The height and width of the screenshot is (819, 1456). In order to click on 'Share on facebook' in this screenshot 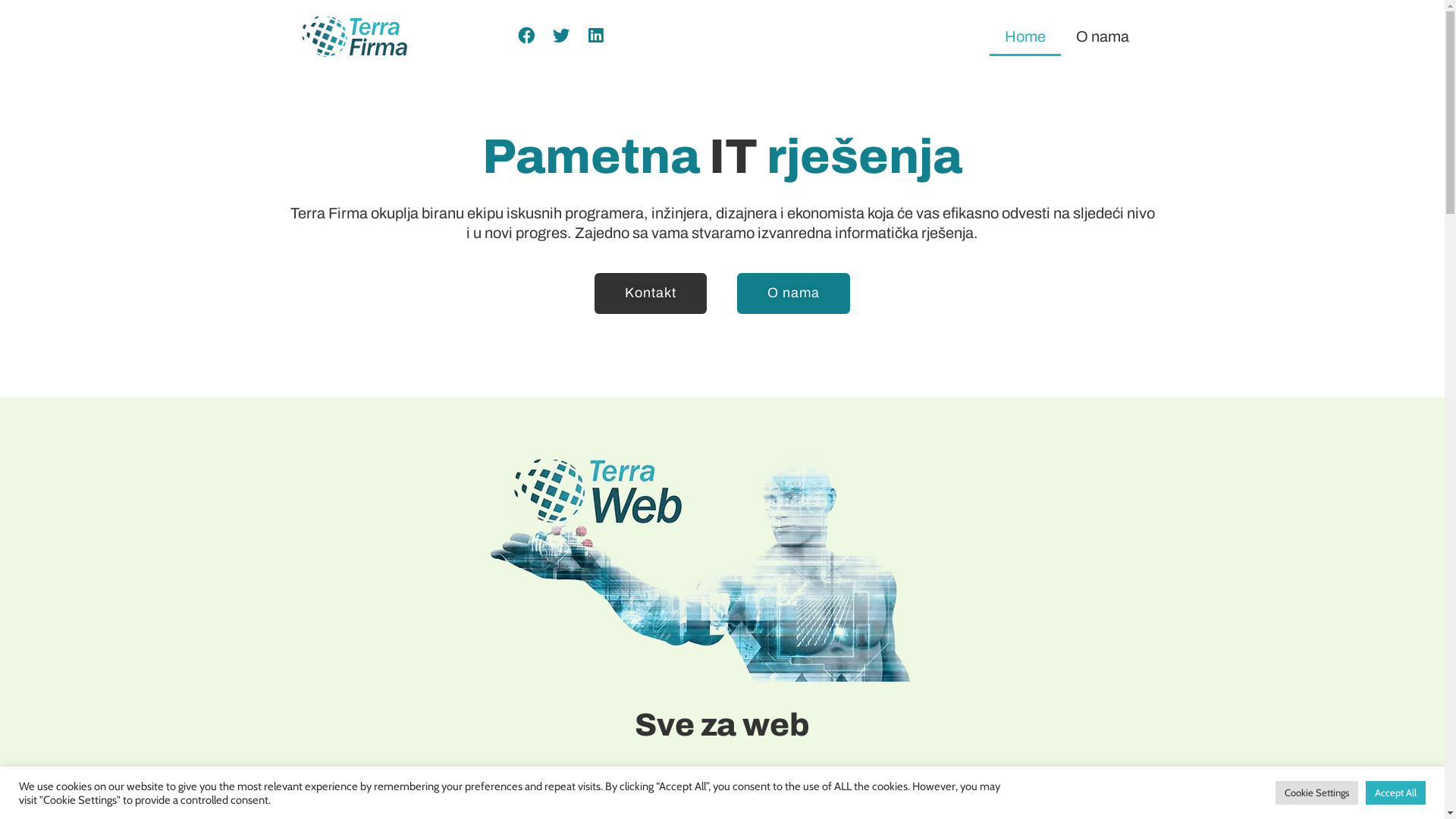, I will do `click(526, 35)`.